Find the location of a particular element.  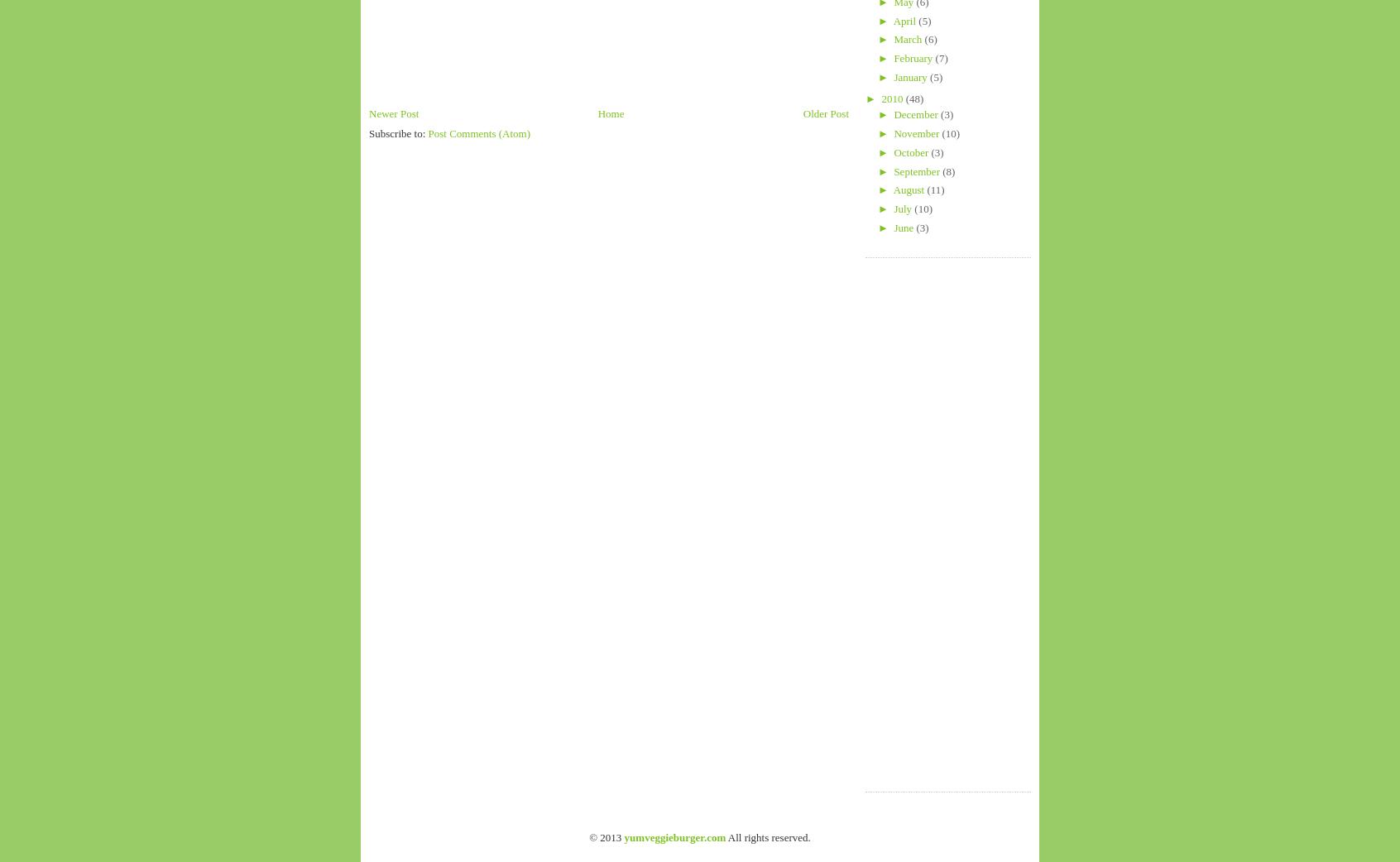

'yumveggieburger.com' is located at coordinates (674, 837).